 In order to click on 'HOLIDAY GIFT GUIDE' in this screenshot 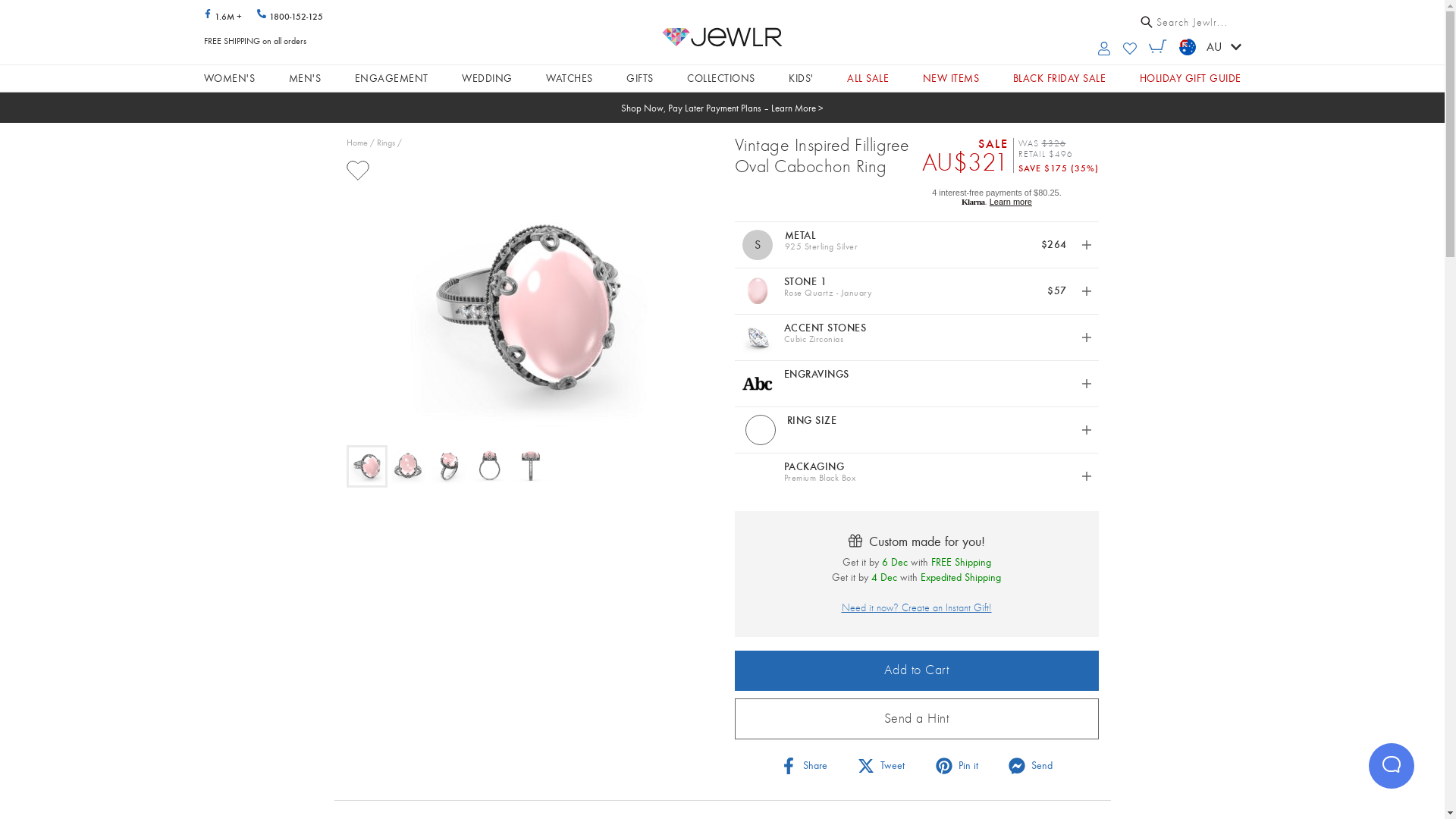, I will do `click(1189, 78)`.